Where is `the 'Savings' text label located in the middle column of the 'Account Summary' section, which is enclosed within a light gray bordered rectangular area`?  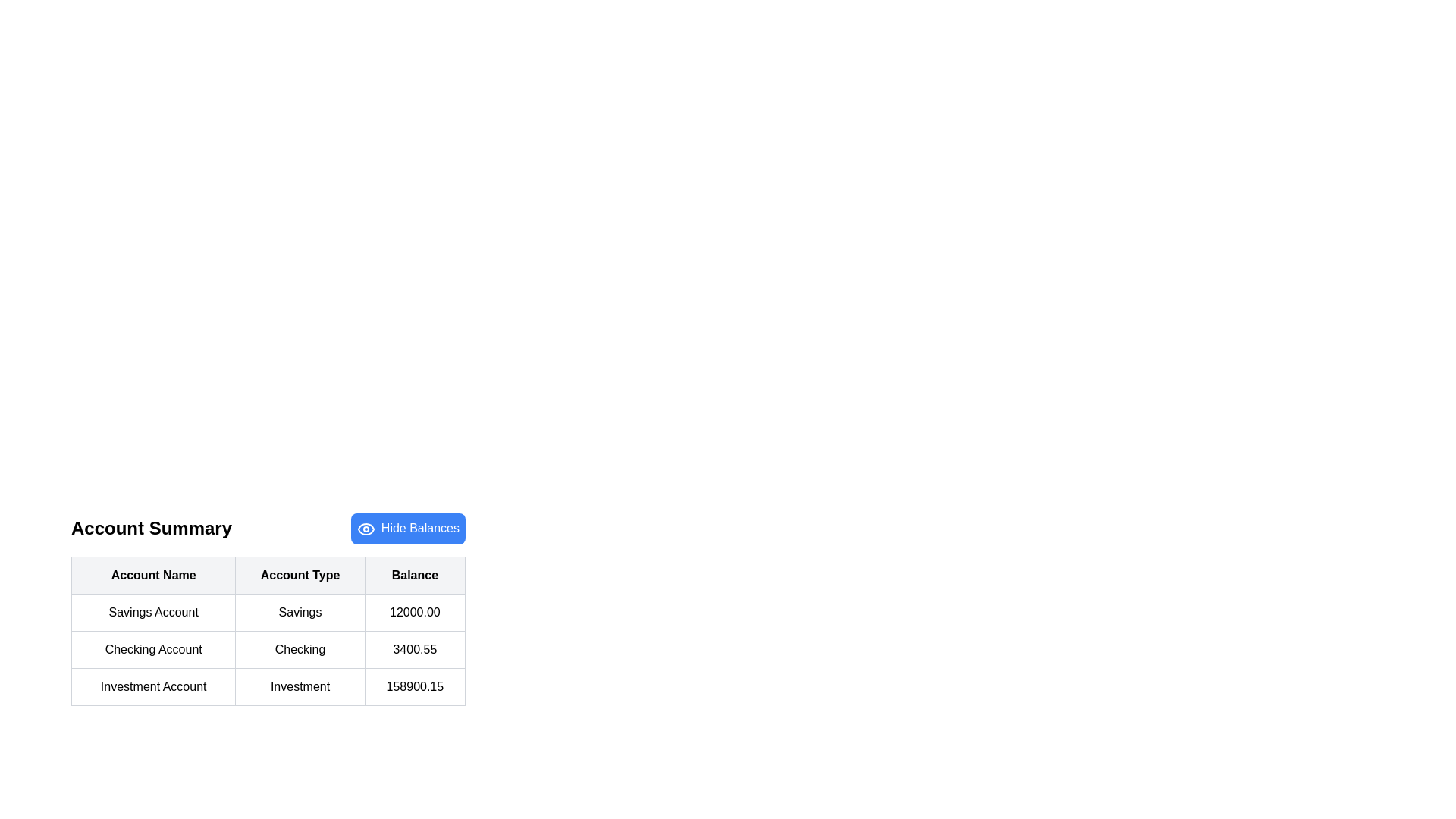 the 'Savings' text label located in the middle column of the 'Account Summary' section, which is enclosed within a light gray bordered rectangular area is located at coordinates (300, 611).